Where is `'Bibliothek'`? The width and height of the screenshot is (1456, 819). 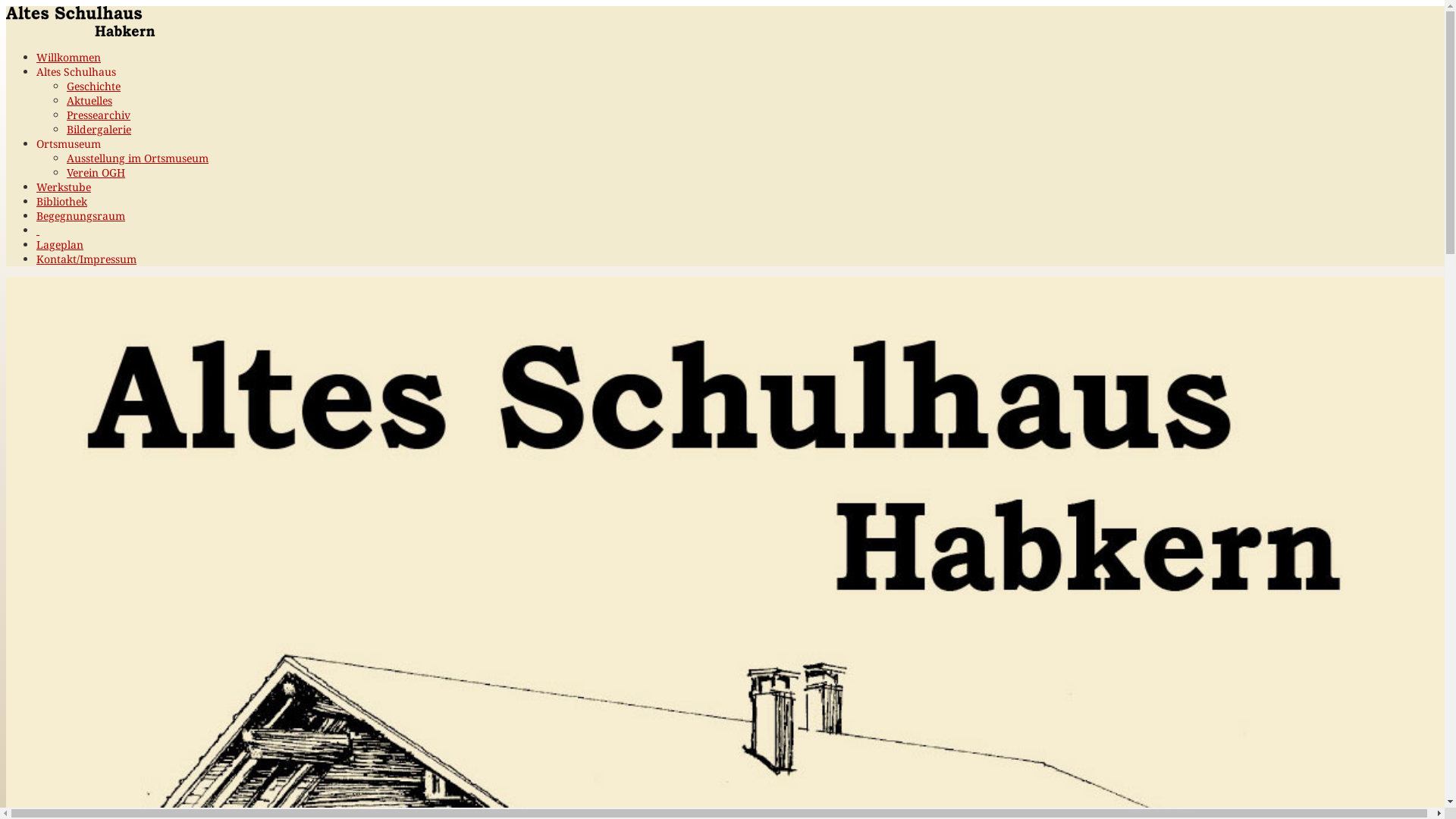
'Bibliothek' is located at coordinates (61, 200).